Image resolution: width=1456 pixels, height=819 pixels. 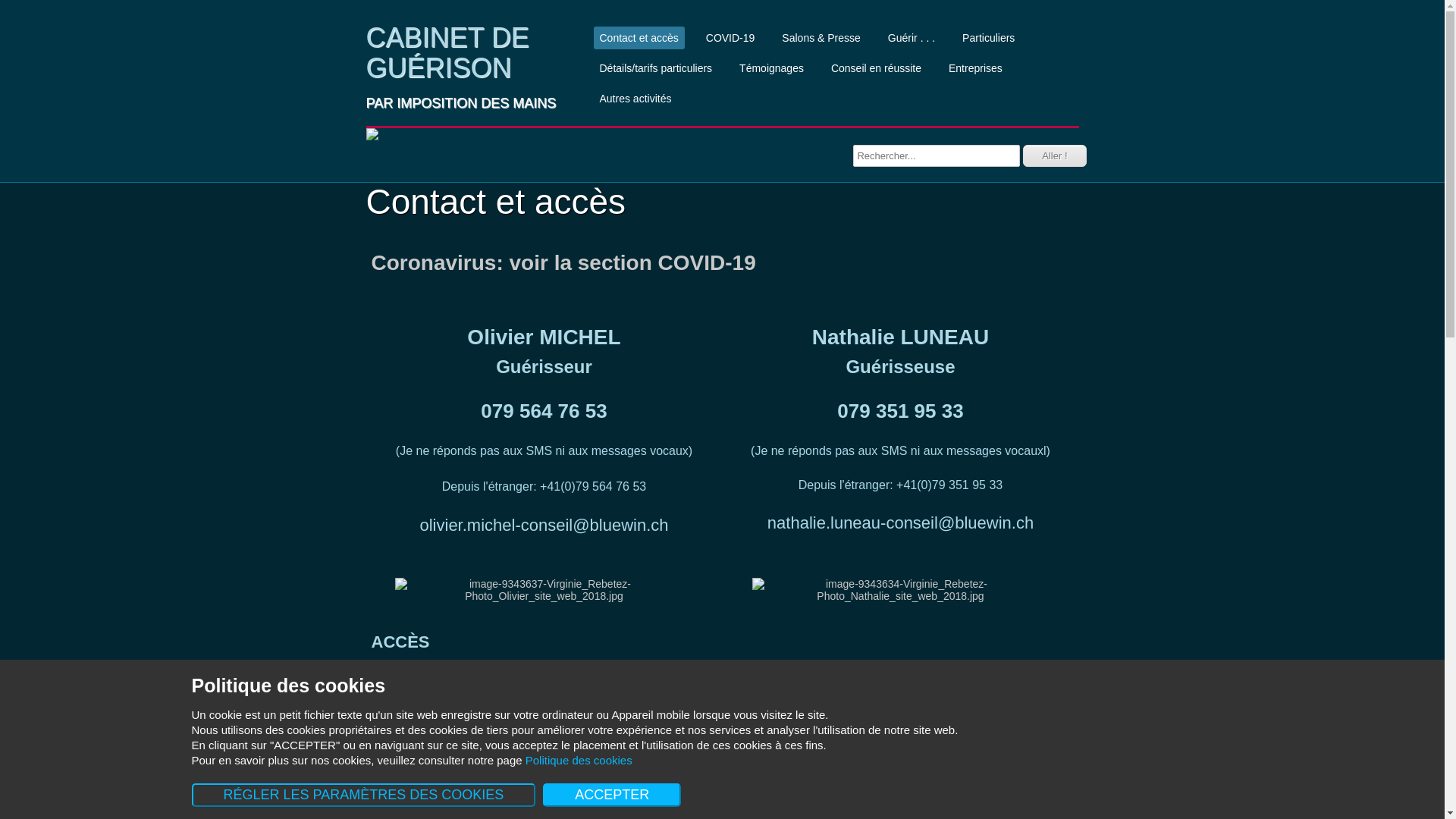 I want to click on 'Entreprises', so click(x=975, y=67).